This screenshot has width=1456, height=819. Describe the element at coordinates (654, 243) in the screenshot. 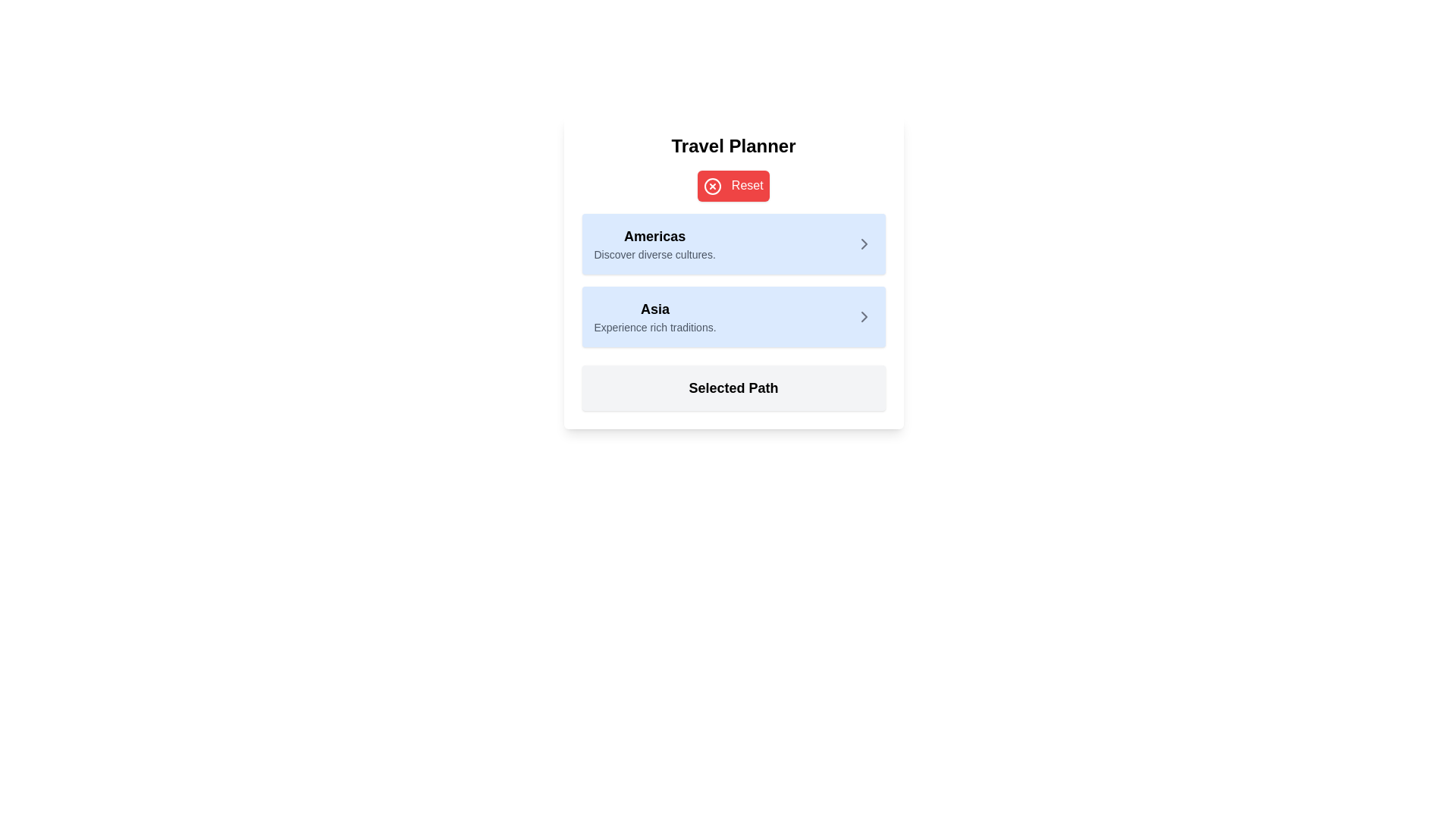

I see `the primary text block displaying 'Americas' above the subtitle 'Discover diverse cultures' located within the blue rectangular segment beneath 'Travel Planner'` at that location.